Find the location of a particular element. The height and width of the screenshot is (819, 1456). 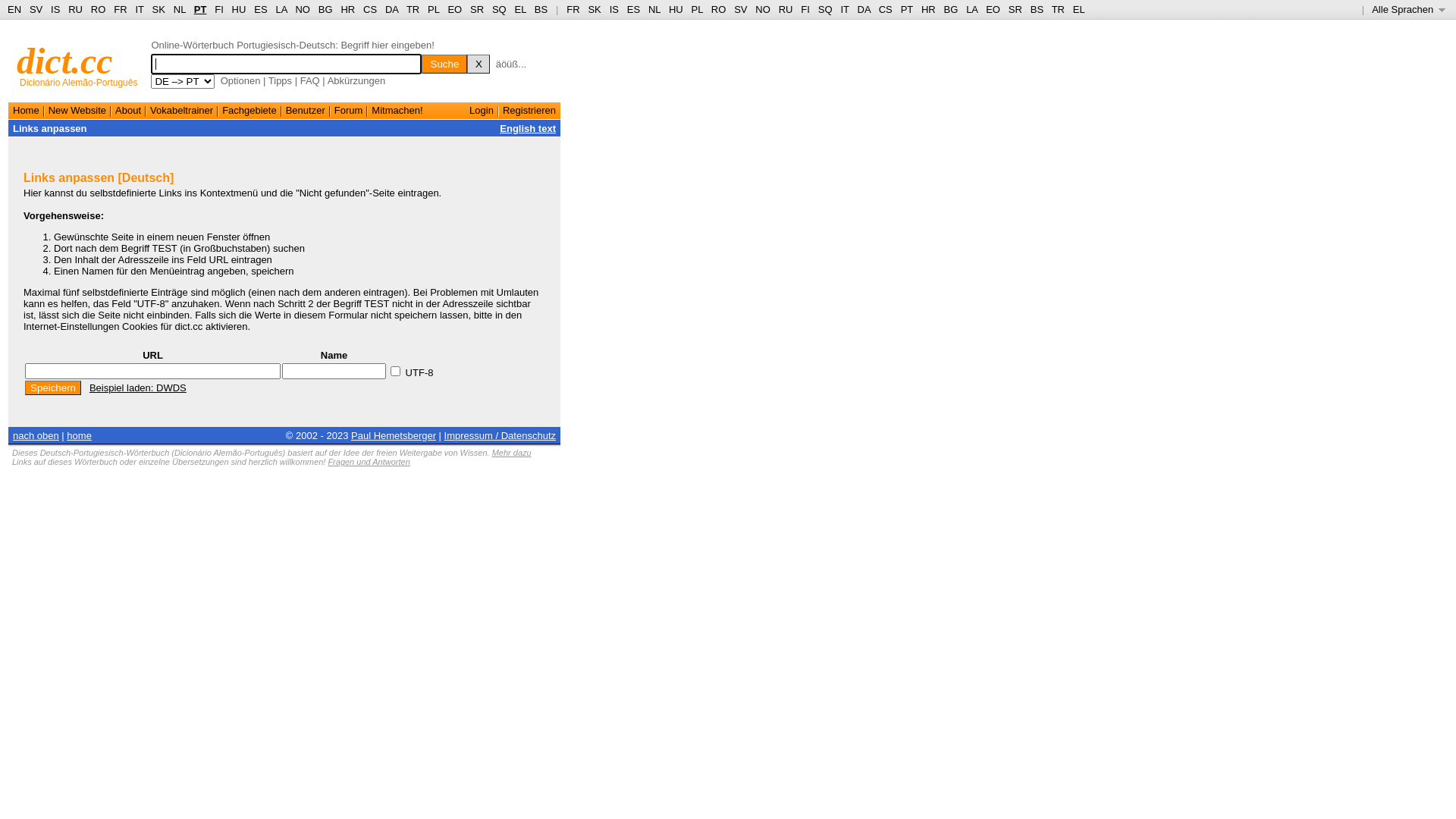

'Vokabeltrainer' is located at coordinates (181, 109).